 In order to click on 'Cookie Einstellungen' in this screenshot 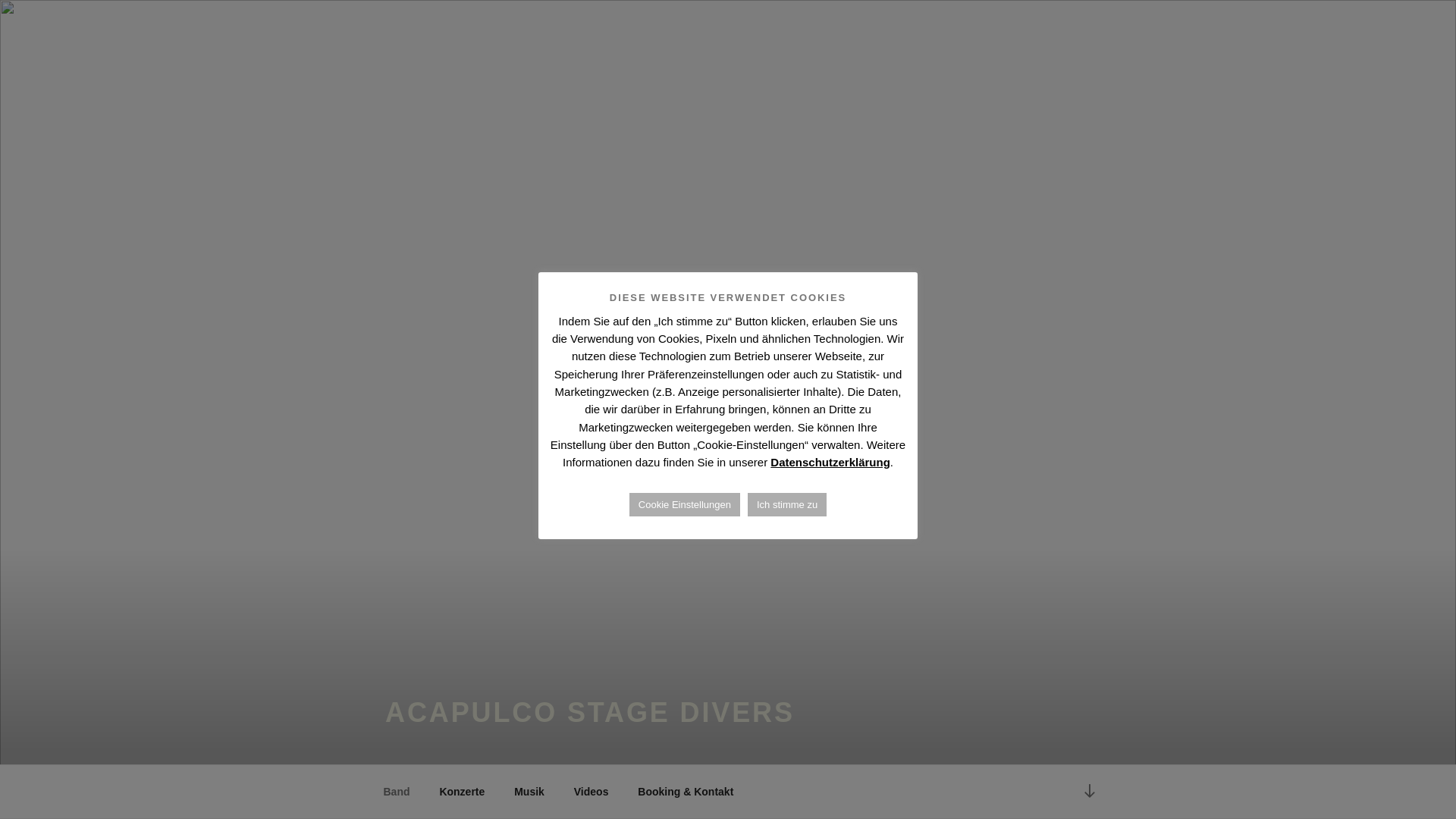, I will do `click(683, 504)`.